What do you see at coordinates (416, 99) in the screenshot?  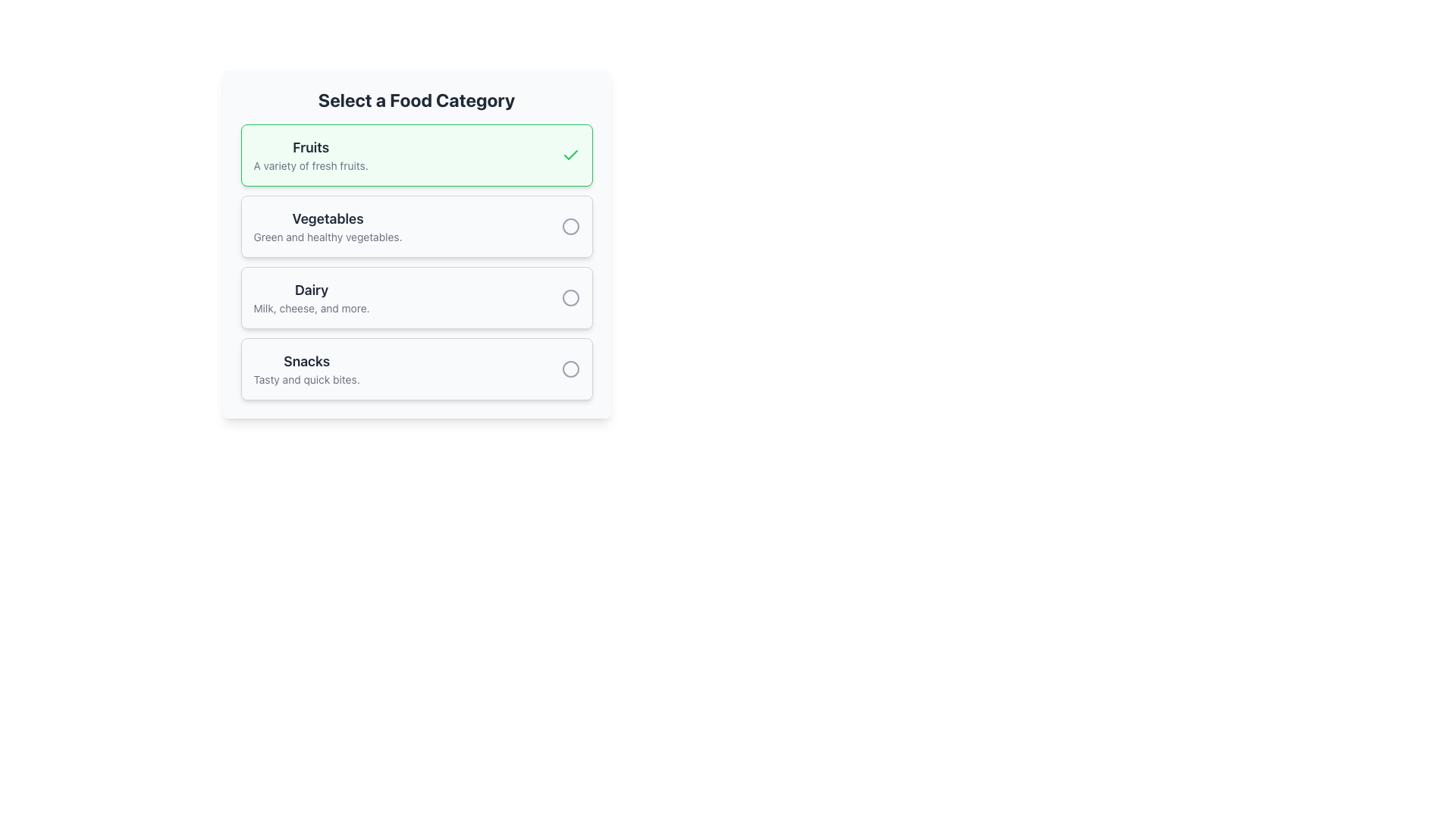 I see `the Text Label that serves as a heading for the food category selection section` at bounding box center [416, 99].